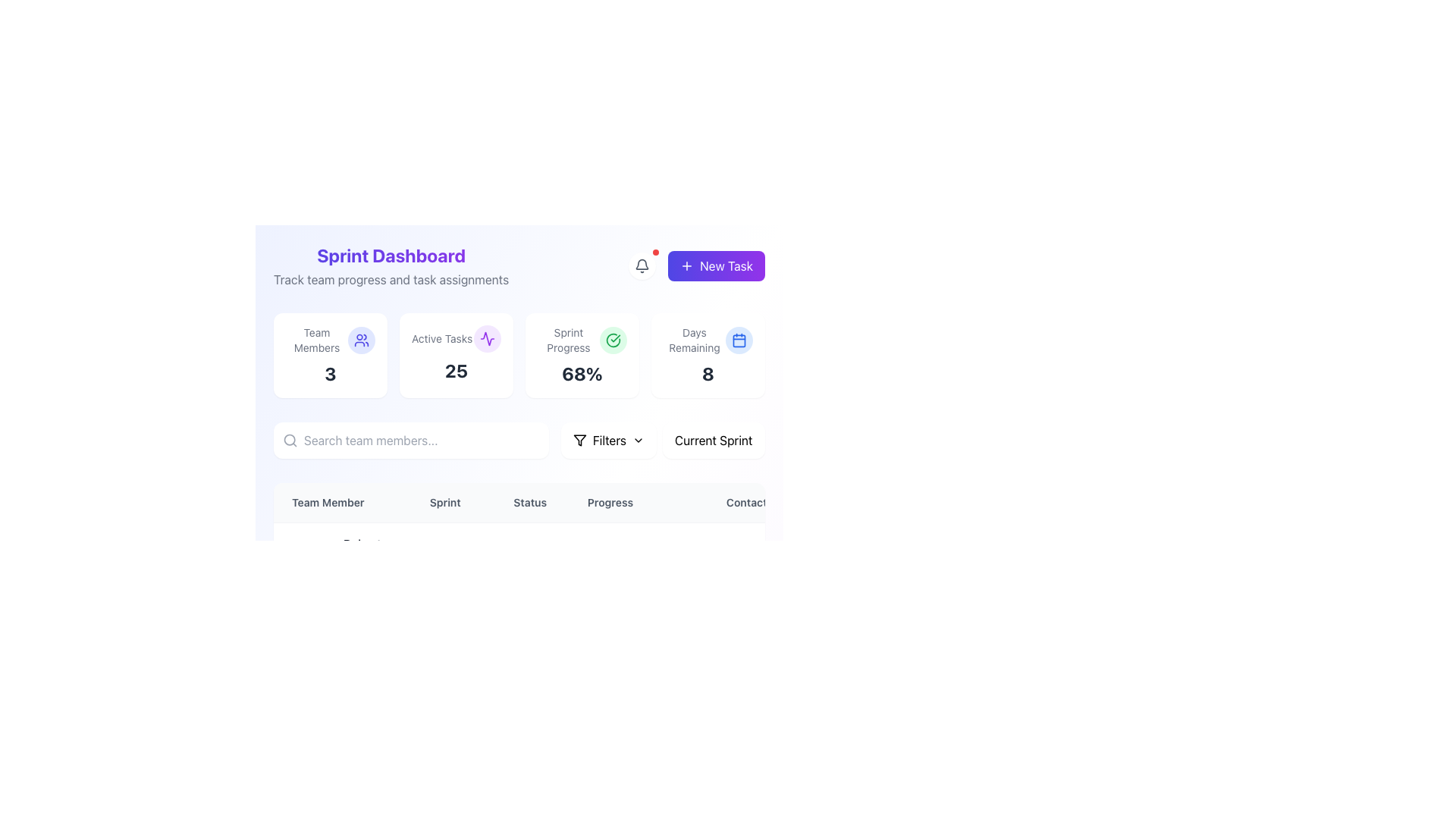 Image resolution: width=1456 pixels, height=819 pixels. I want to click on the horizontal text input box with a light background and a search icon prefix, so click(411, 441).